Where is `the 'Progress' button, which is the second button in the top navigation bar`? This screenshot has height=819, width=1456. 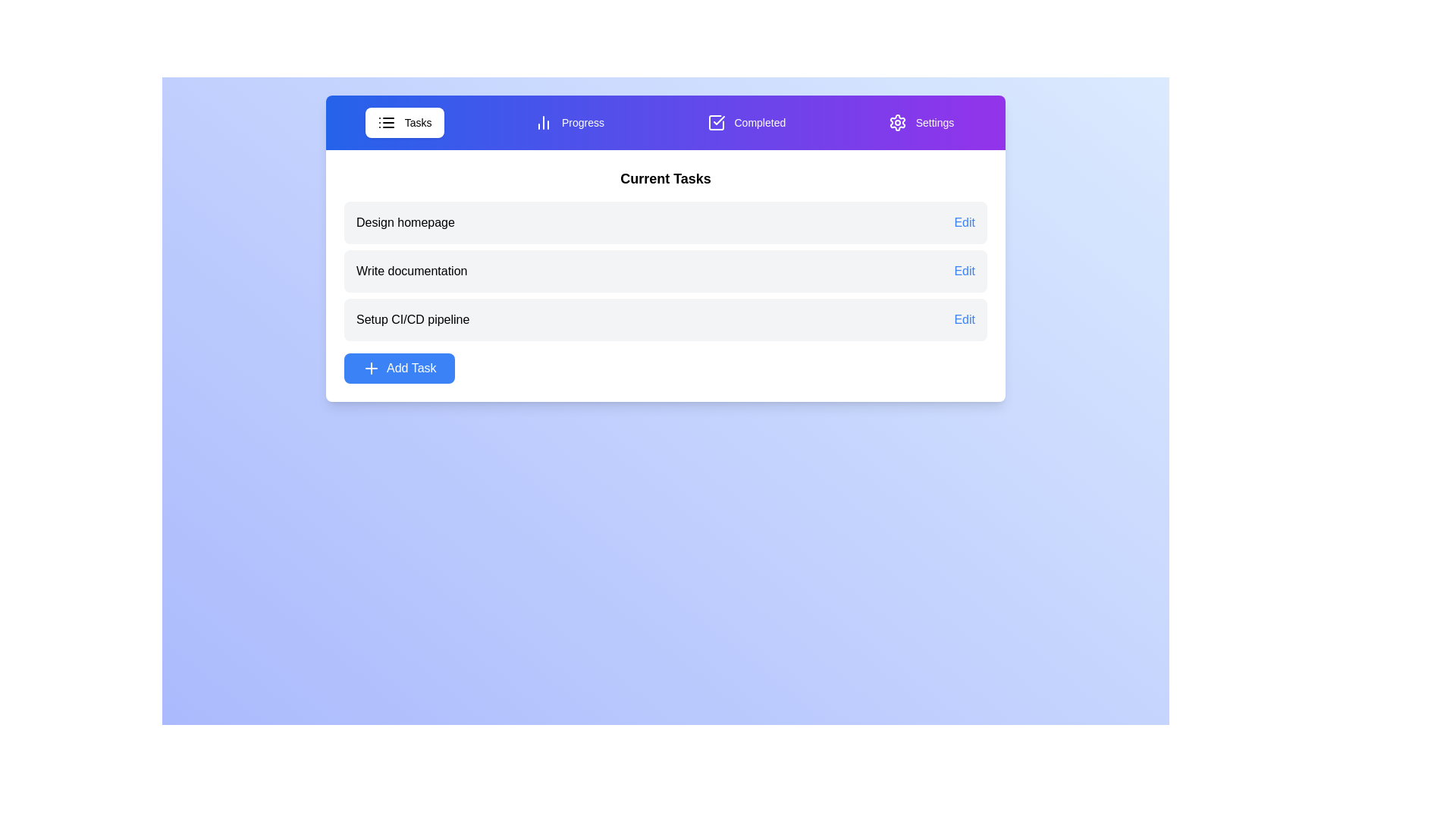
the 'Progress' button, which is the second button in the top navigation bar is located at coordinates (569, 122).